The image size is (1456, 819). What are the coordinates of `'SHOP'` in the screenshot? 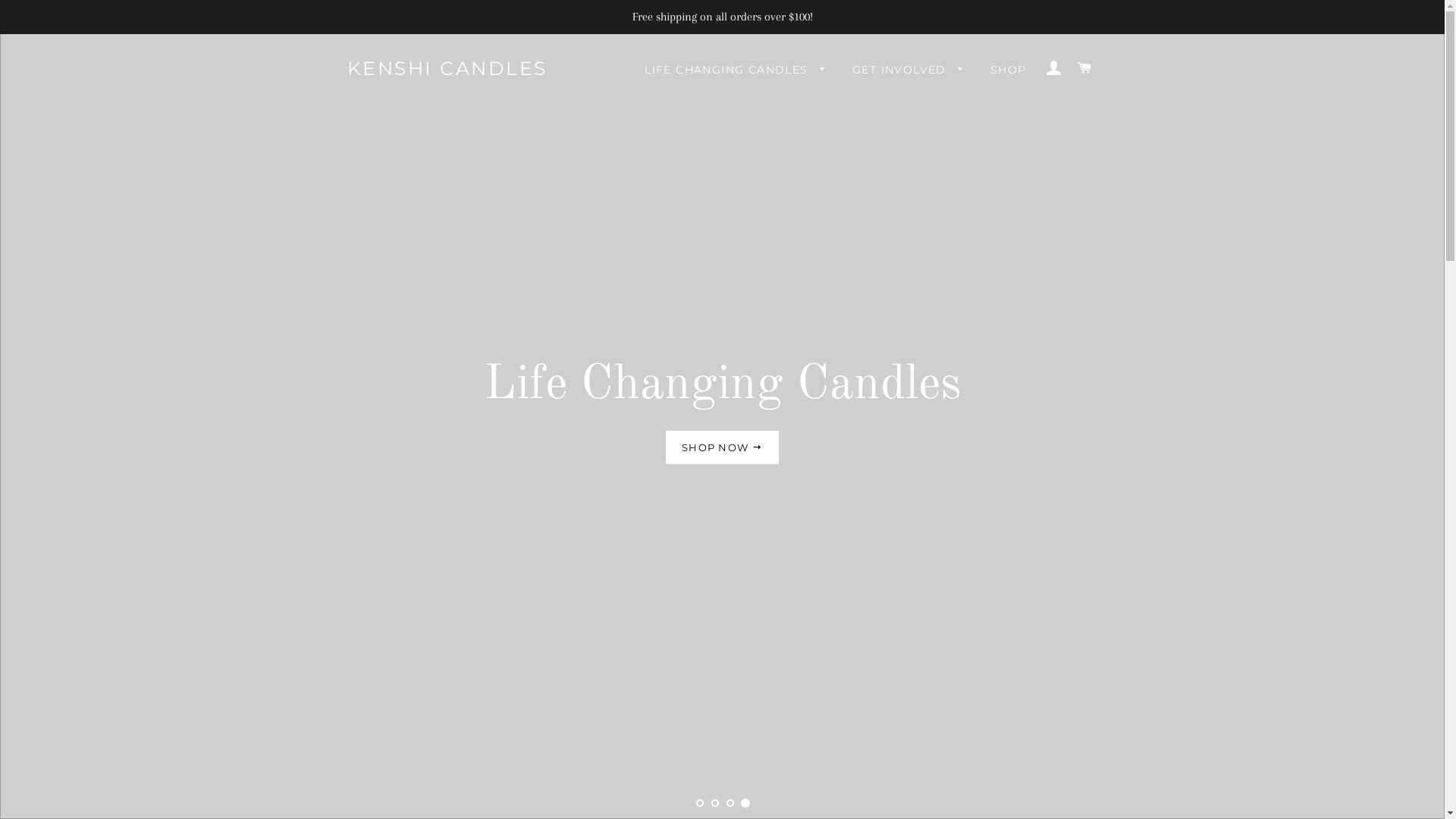 It's located at (1008, 70).